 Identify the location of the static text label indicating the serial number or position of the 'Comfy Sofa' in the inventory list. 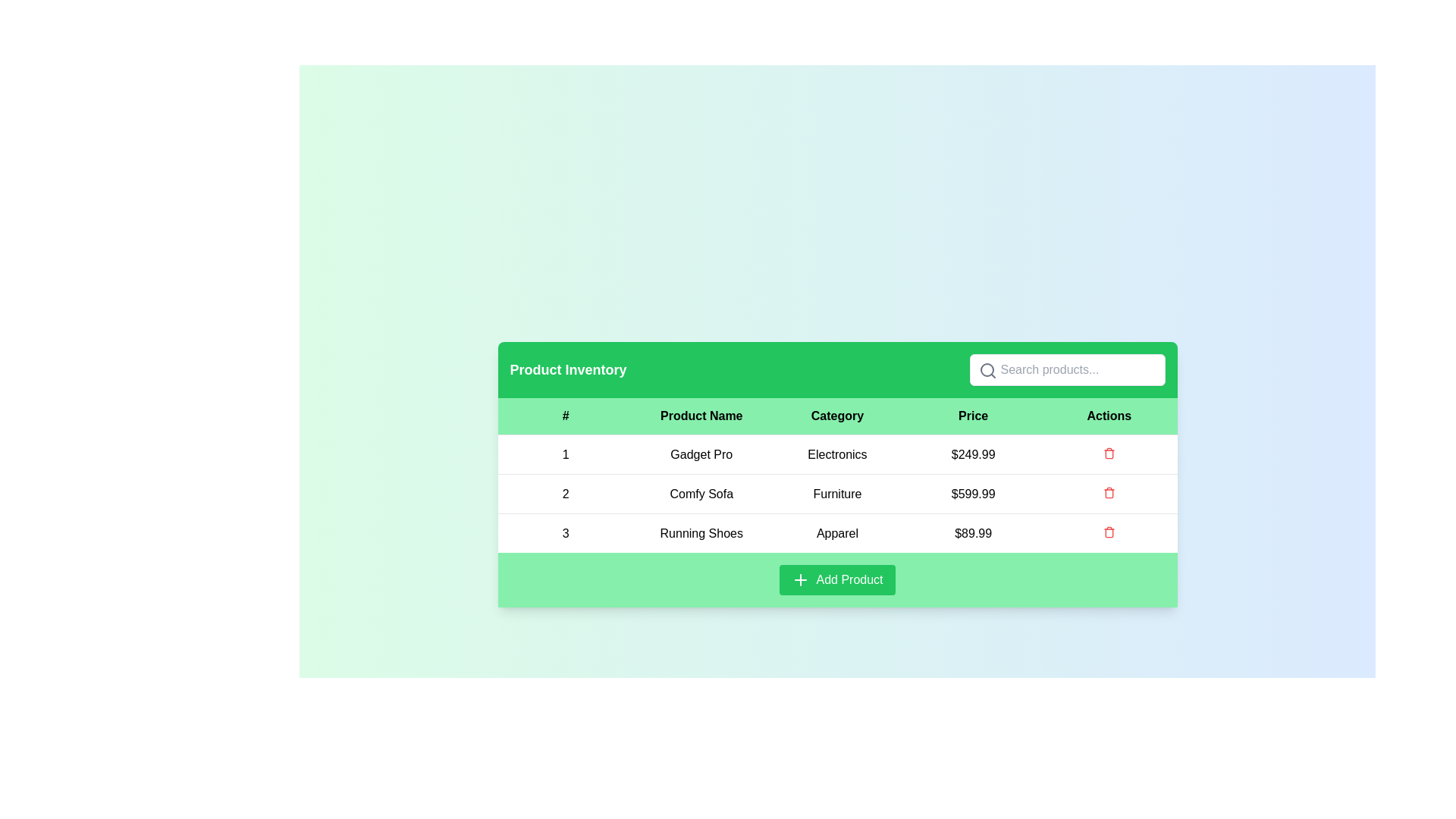
(565, 494).